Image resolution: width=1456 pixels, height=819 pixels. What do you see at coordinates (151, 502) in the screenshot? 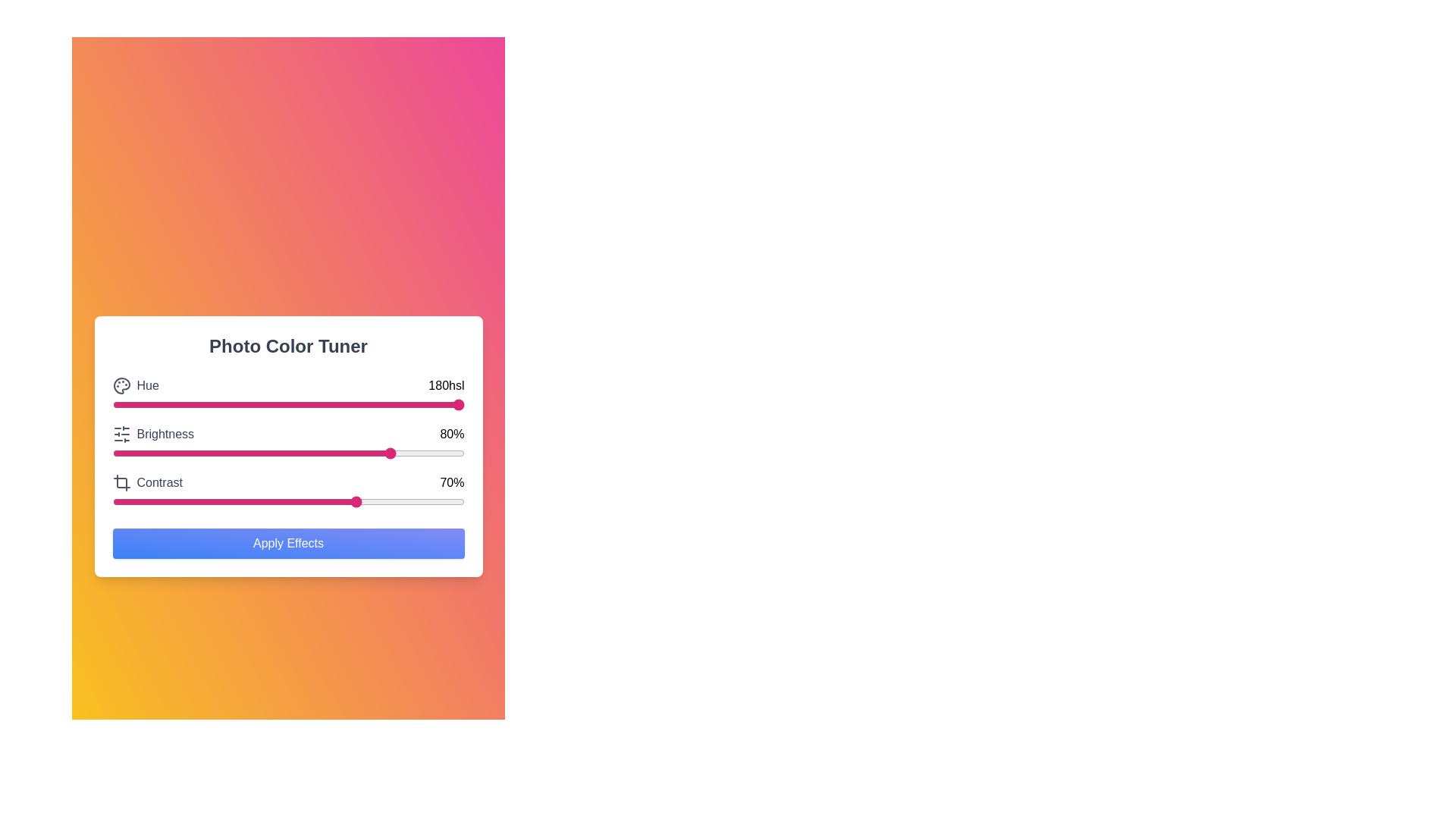
I see `the contrast slider to 11%` at bounding box center [151, 502].